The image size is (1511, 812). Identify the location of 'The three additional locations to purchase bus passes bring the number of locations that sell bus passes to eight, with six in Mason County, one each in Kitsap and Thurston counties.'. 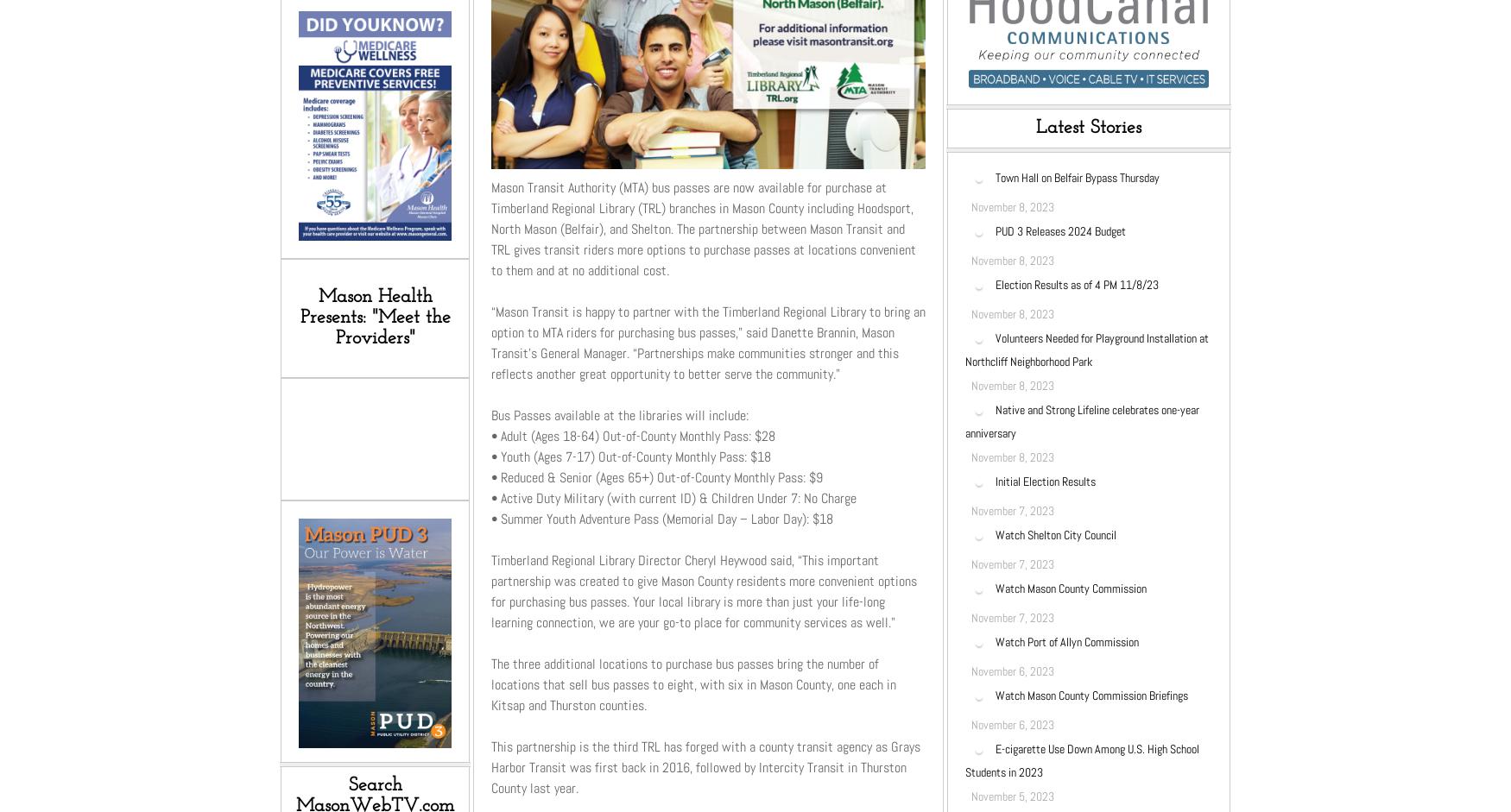
(692, 683).